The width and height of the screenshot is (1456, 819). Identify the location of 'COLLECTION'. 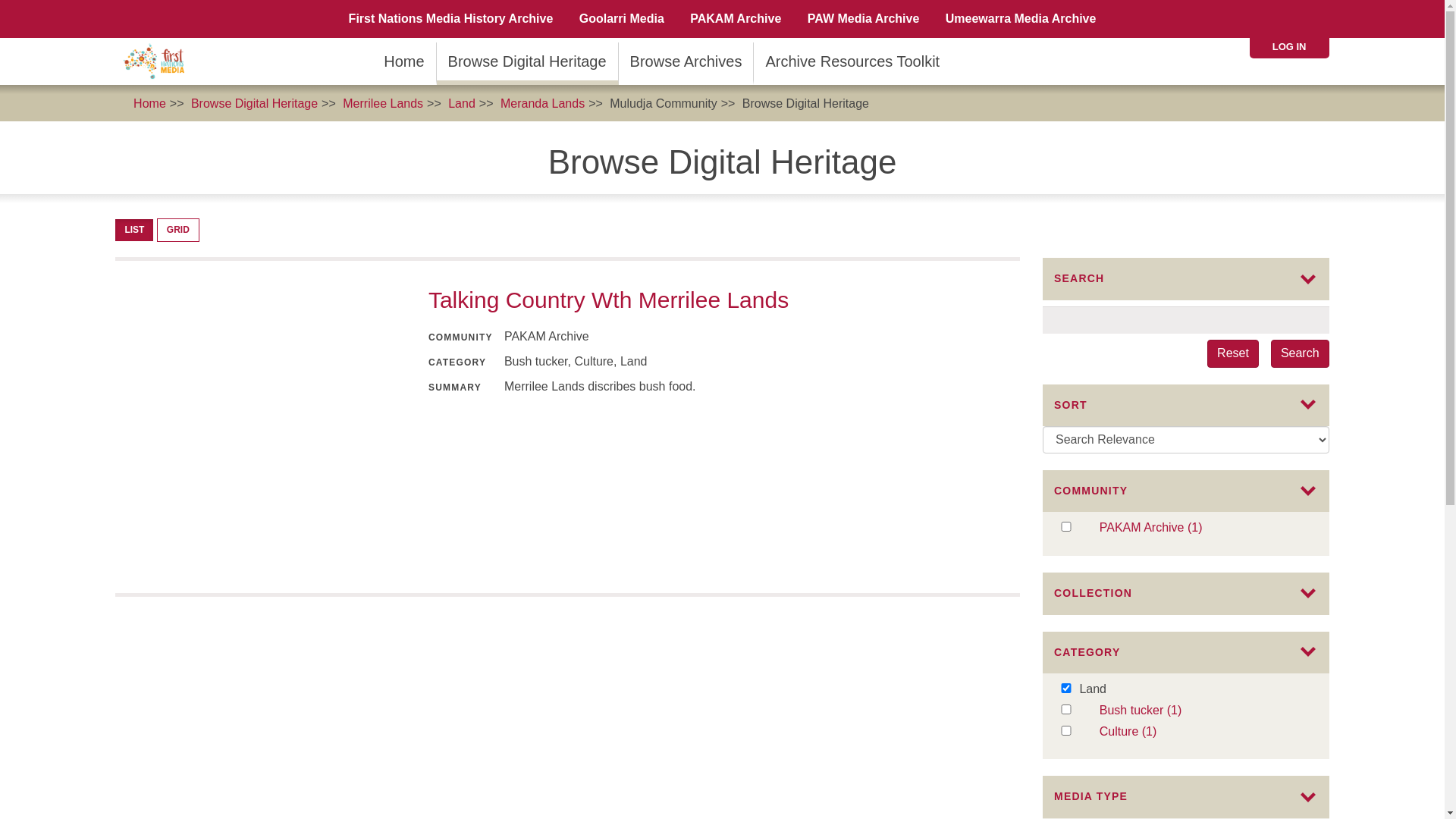
(1185, 592).